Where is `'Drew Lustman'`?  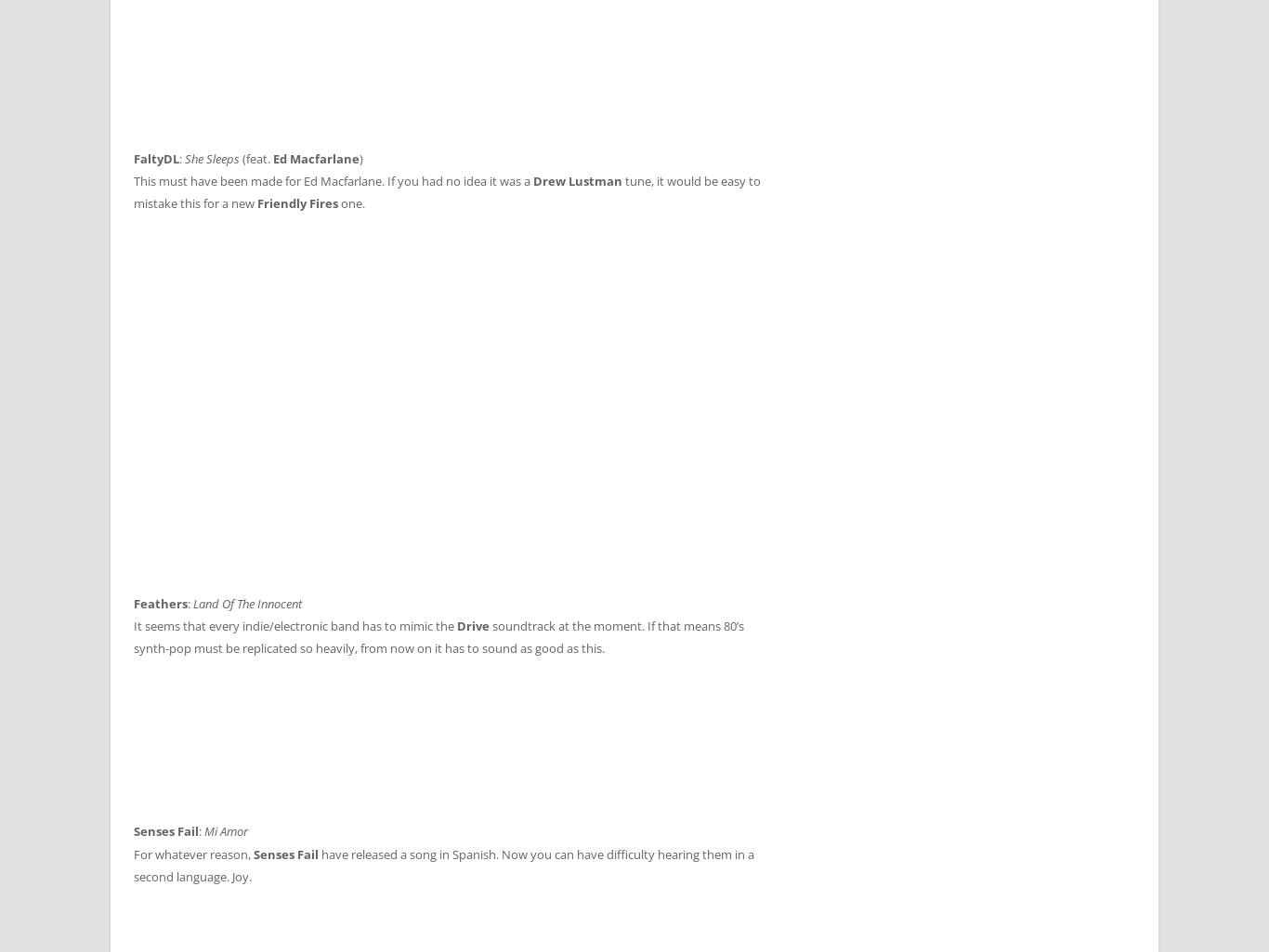
'Drew Lustman' is located at coordinates (576, 180).